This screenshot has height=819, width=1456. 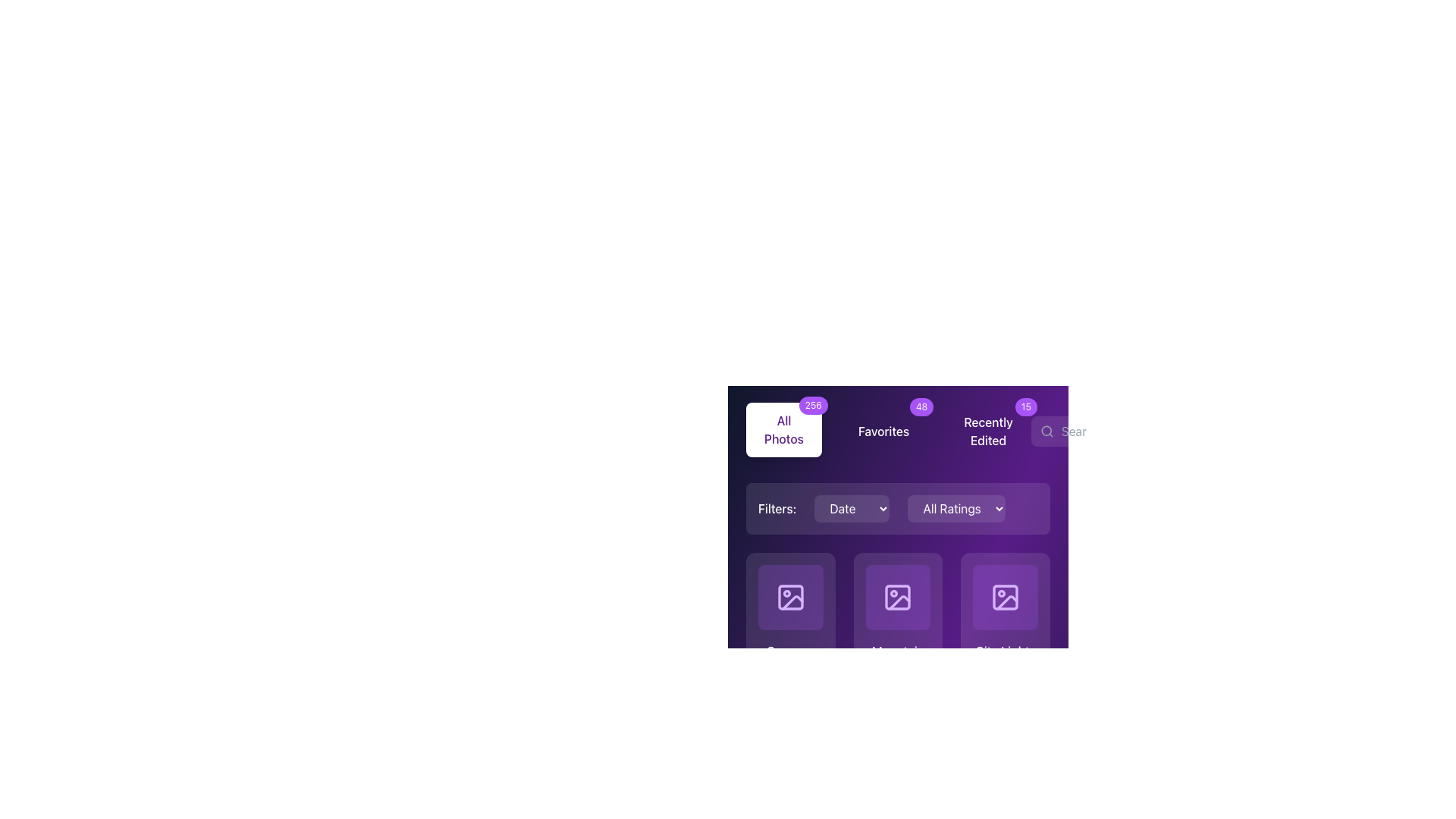 What do you see at coordinates (783, 430) in the screenshot?
I see `the 'All Photos' button, which is a white button displaying purple text, to trigger the view` at bounding box center [783, 430].